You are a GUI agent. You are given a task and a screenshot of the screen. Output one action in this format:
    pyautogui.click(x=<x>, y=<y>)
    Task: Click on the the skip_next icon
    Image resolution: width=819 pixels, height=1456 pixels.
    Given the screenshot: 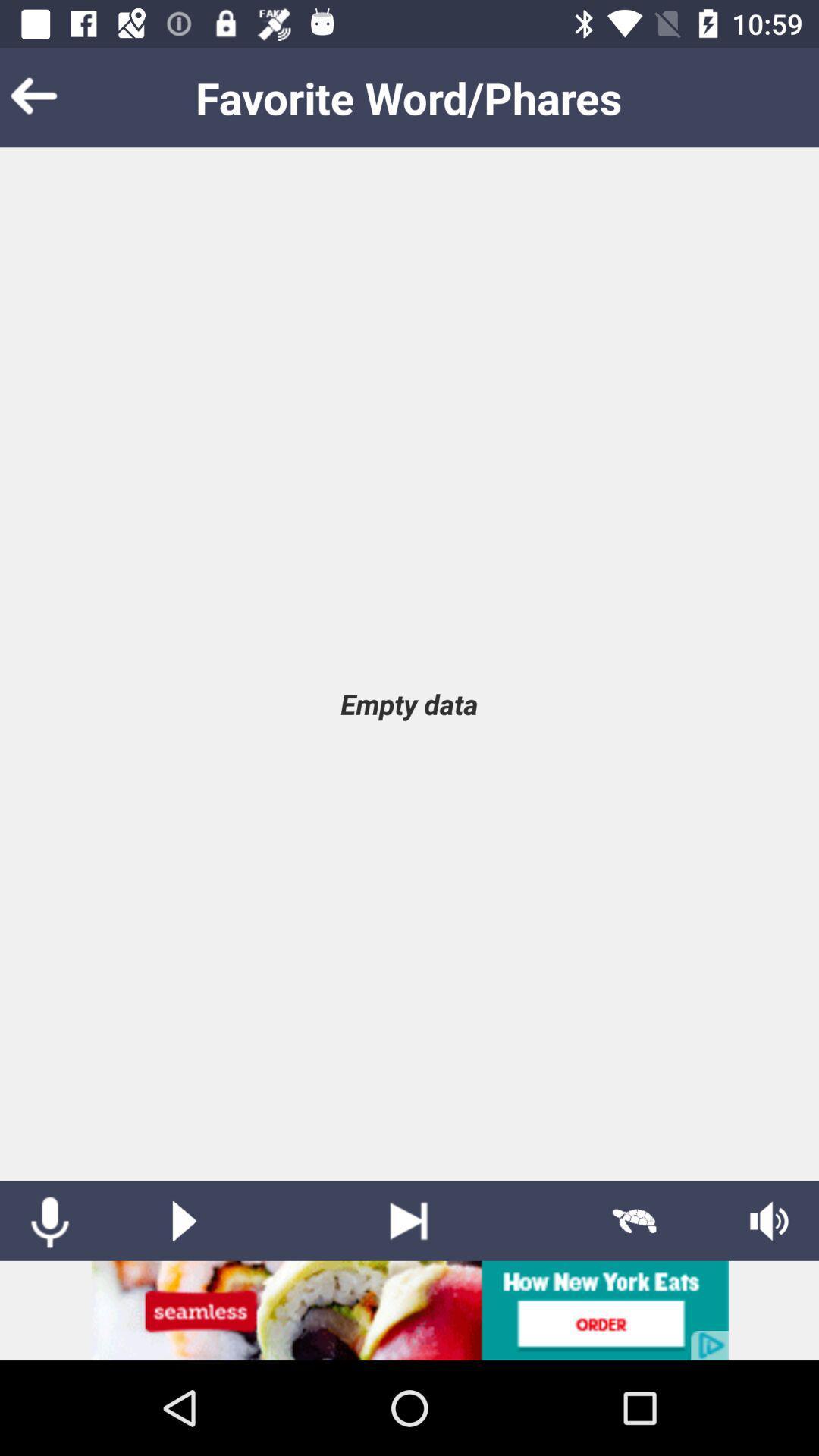 What is the action you would take?
    pyautogui.click(x=408, y=1221)
    